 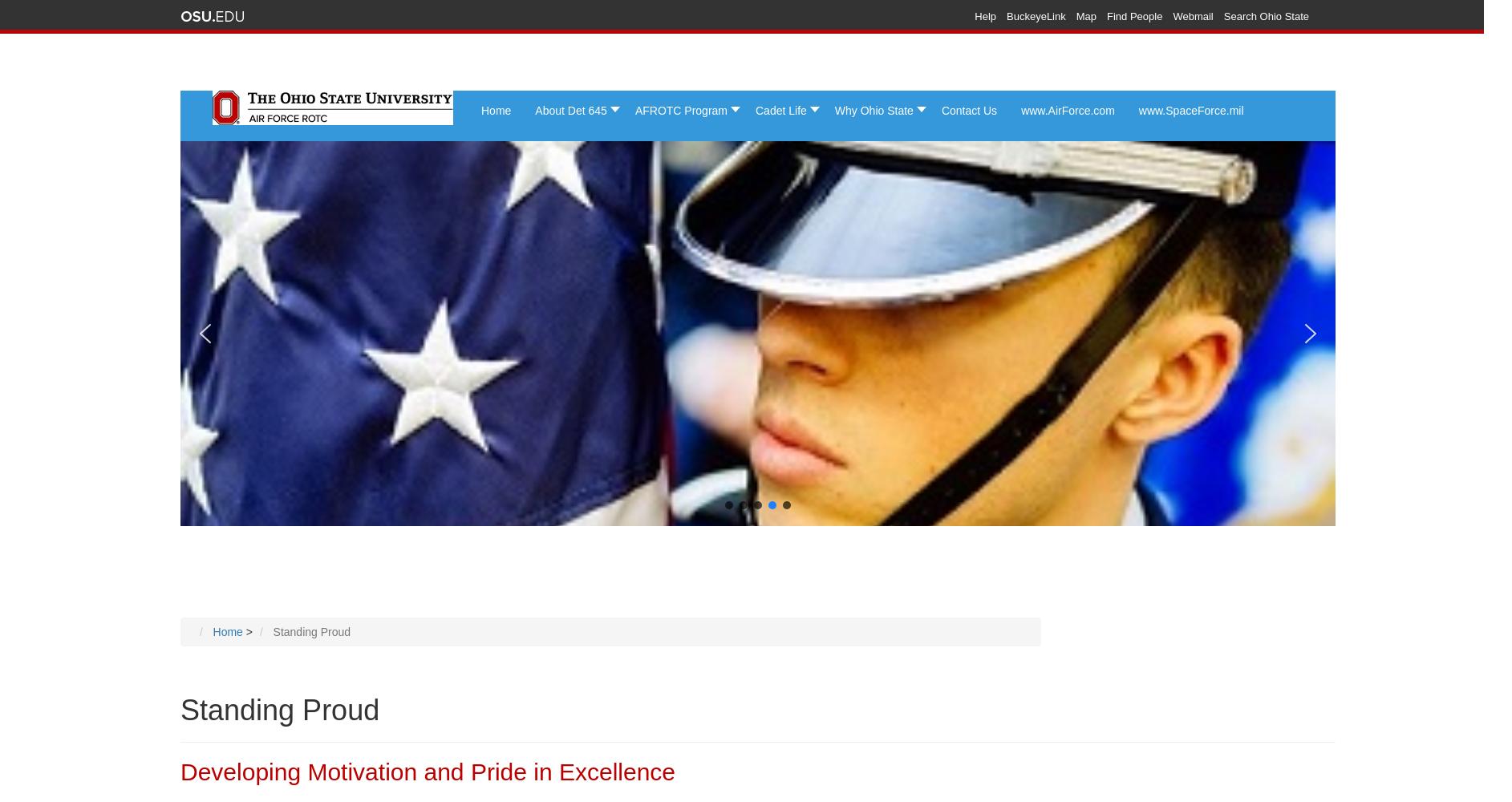 I want to click on 'tradition_honor_excellence2.jpg', so click(x=712, y=144).